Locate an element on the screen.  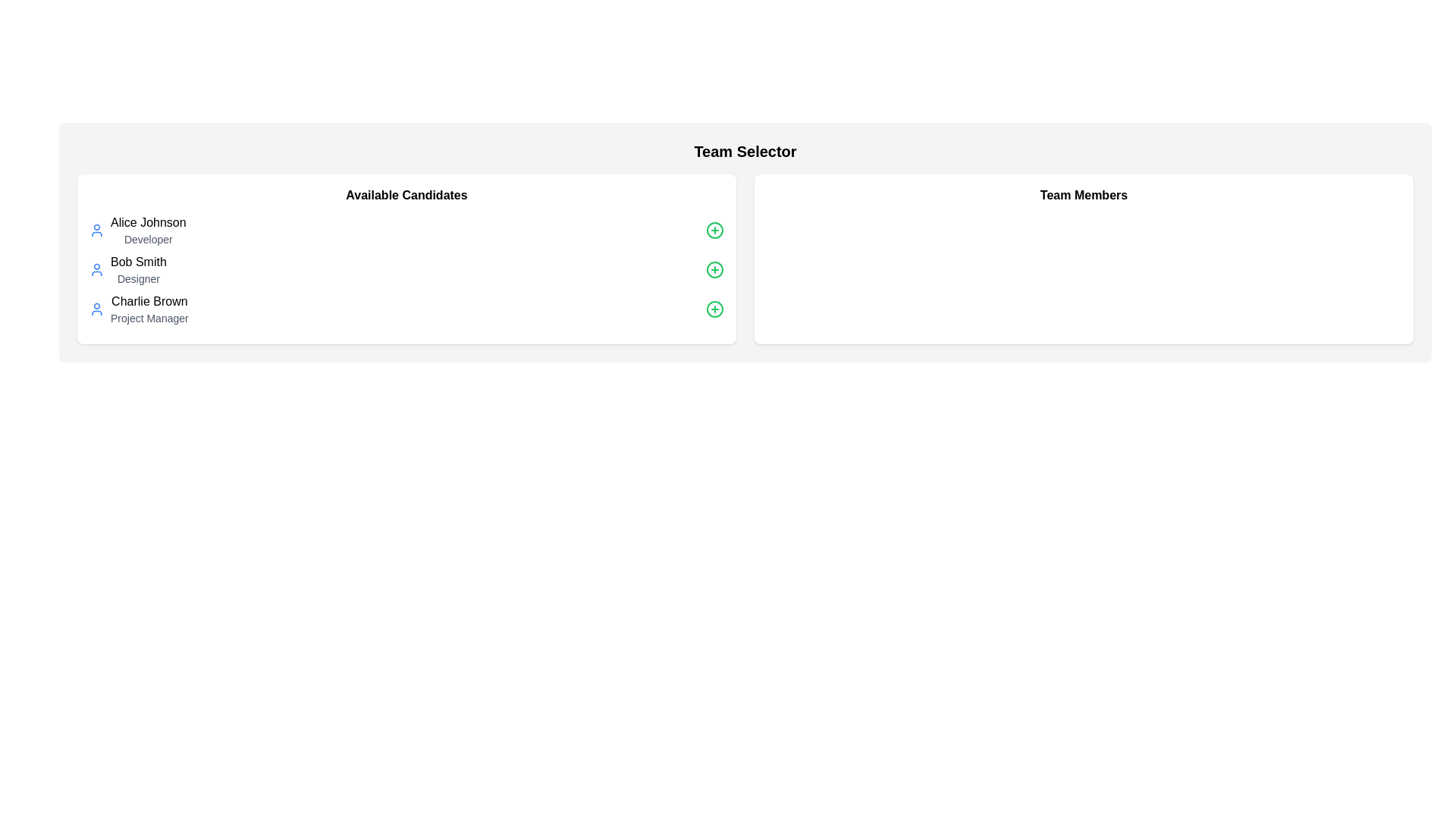
the list item displaying 'Alice Johnson' and labeled as 'Developer', which is the top entry in the 'Available Candidates' column is located at coordinates (148, 231).